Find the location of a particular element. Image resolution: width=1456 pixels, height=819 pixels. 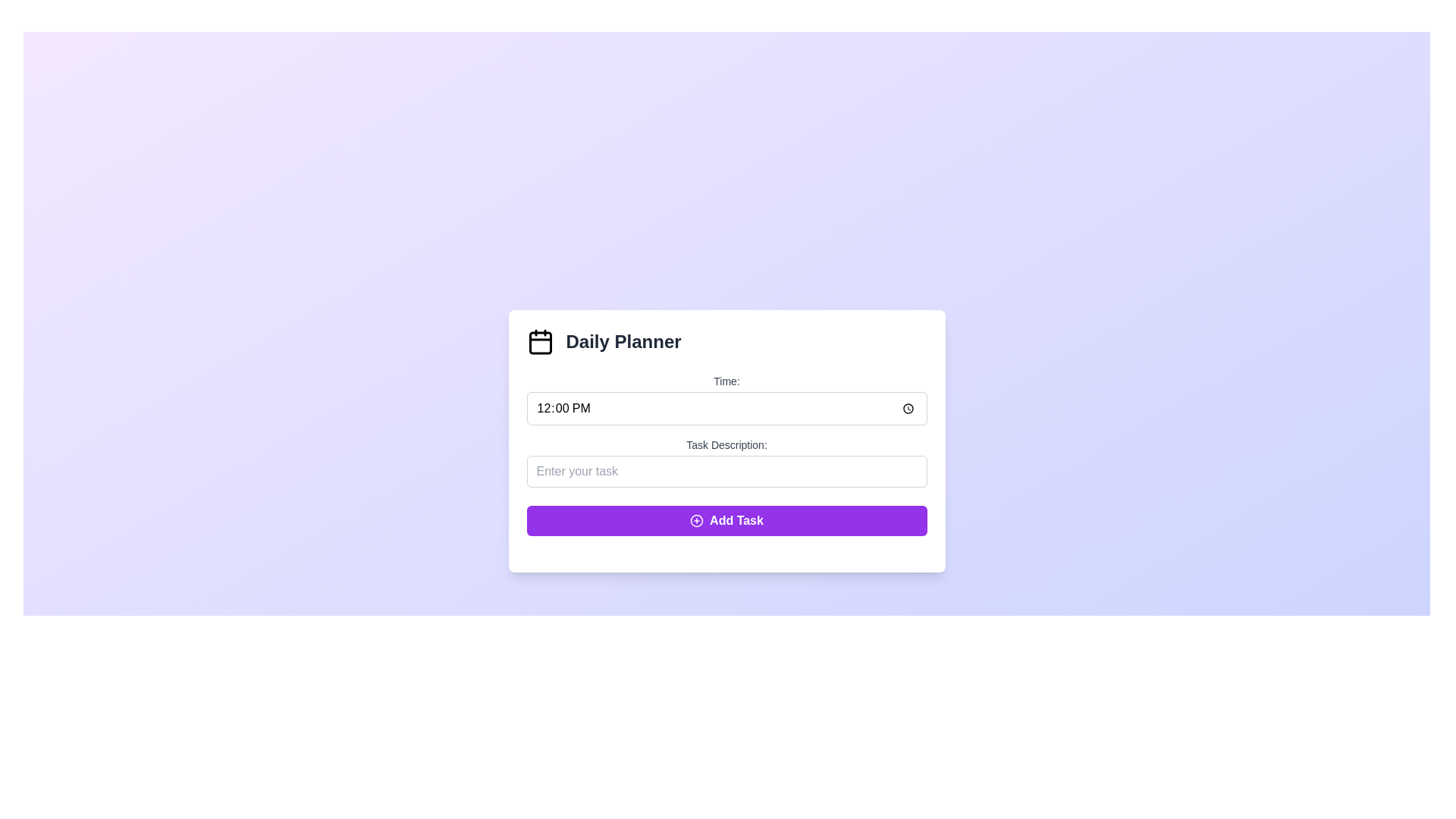

the text label displaying 'Task Description:' which is styled in dark gray within a form layout is located at coordinates (726, 444).